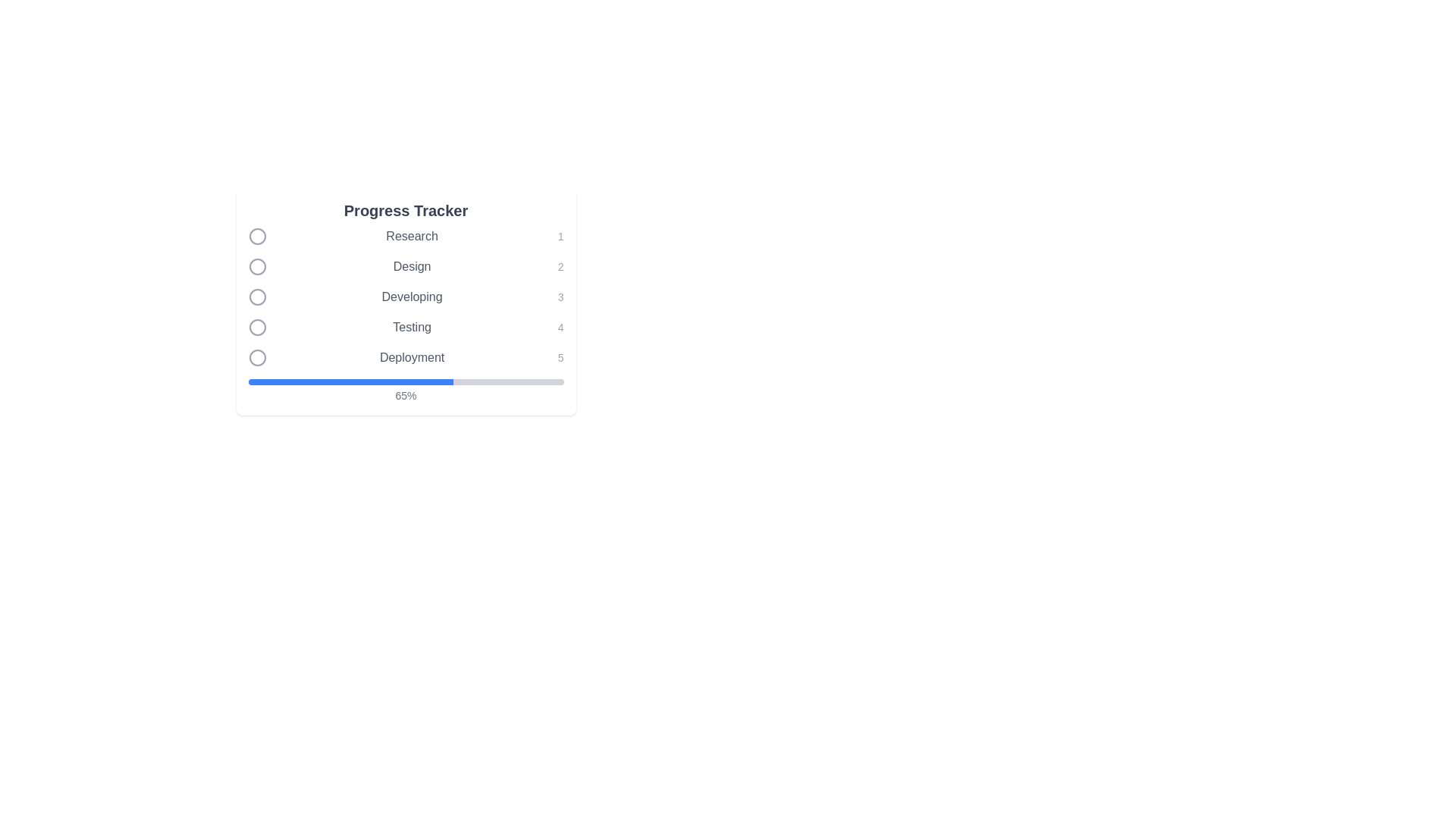  I want to click on the third list item in the progress tracker component, which contains a circular icon on the left, the text 'Developing' in darker gray in the center, and the number '3' in a smaller, lighter gray font on the right, so click(406, 297).